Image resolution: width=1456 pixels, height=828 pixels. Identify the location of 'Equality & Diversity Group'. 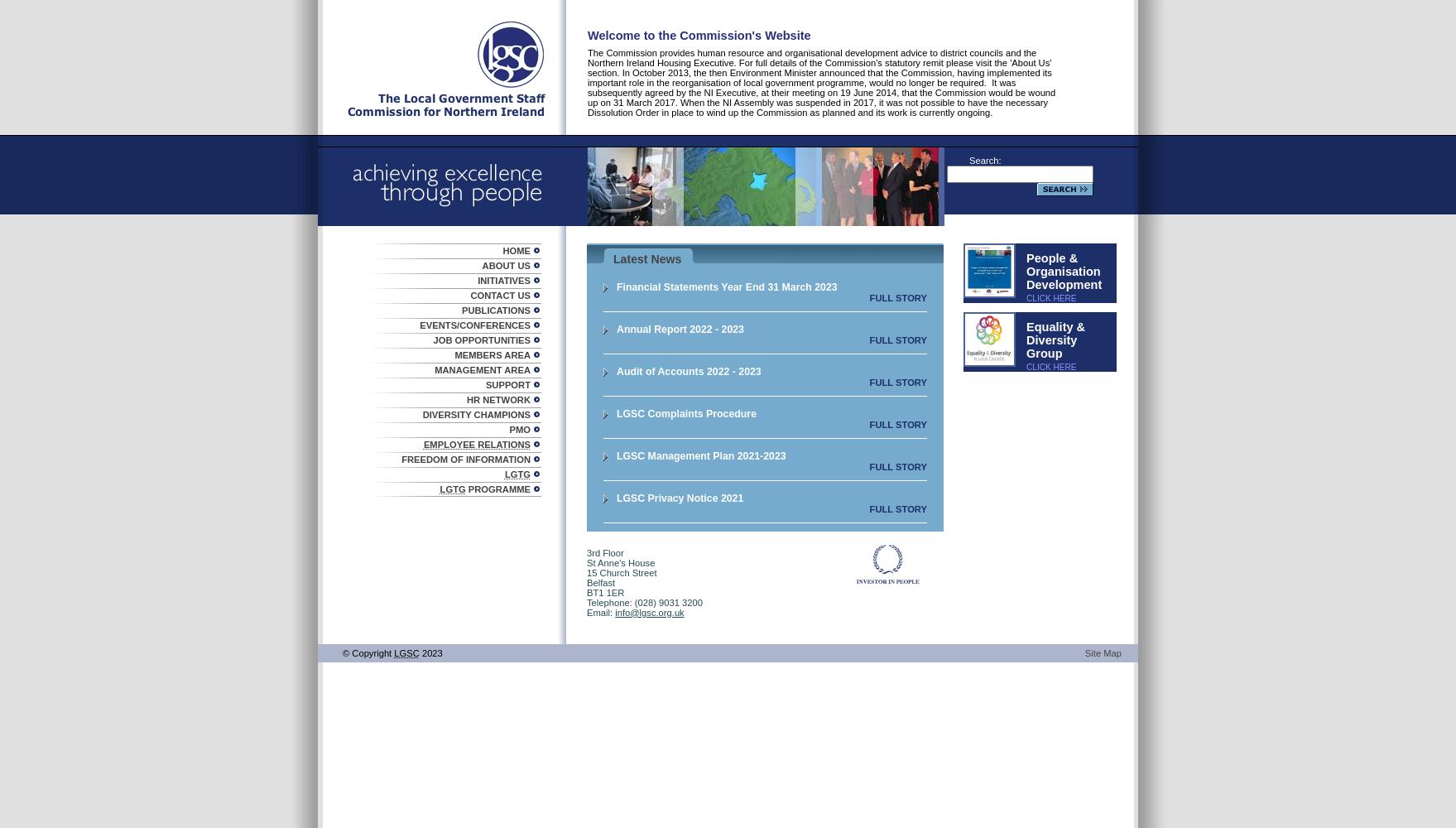
(1055, 339).